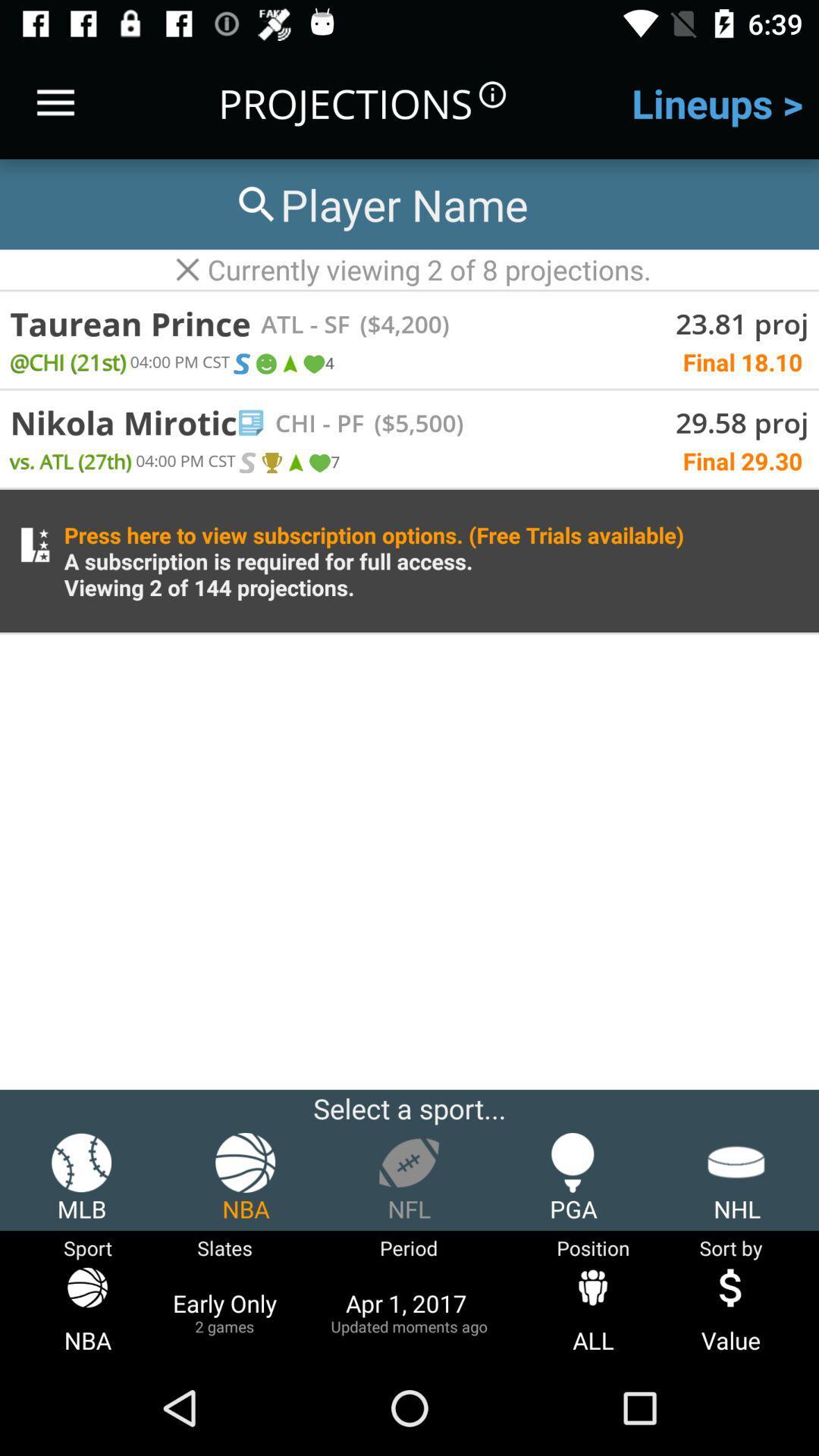  I want to click on the item above press here to, so click(322, 462).